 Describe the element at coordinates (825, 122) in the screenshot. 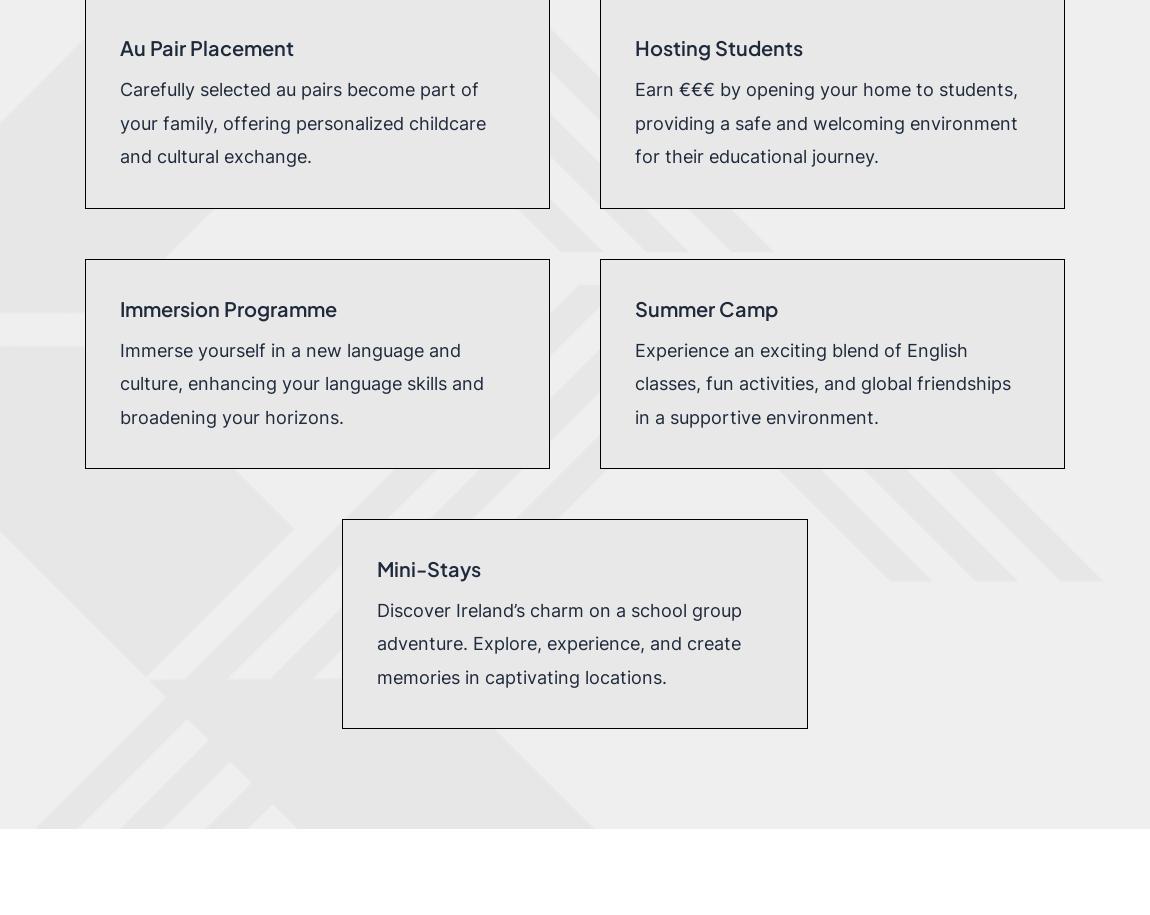

I see `'Earn €€€ by opening your home to students, providing a safe and welcoming environment for their educational journey.'` at that location.